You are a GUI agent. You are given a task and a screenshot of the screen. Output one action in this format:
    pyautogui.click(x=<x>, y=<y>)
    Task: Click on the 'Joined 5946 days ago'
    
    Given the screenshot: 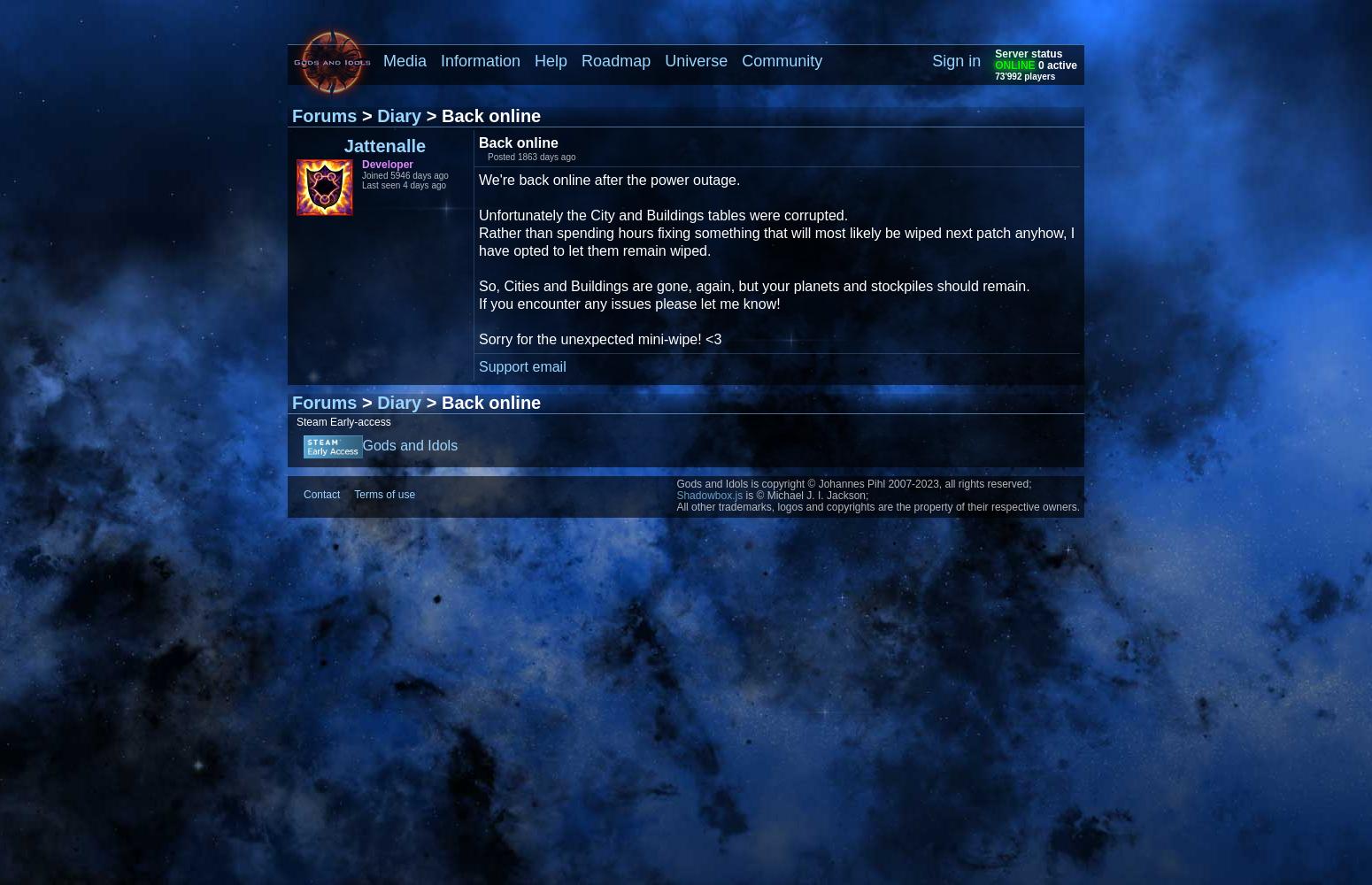 What is the action you would take?
    pyautogui.click(x=405, y=174)
    